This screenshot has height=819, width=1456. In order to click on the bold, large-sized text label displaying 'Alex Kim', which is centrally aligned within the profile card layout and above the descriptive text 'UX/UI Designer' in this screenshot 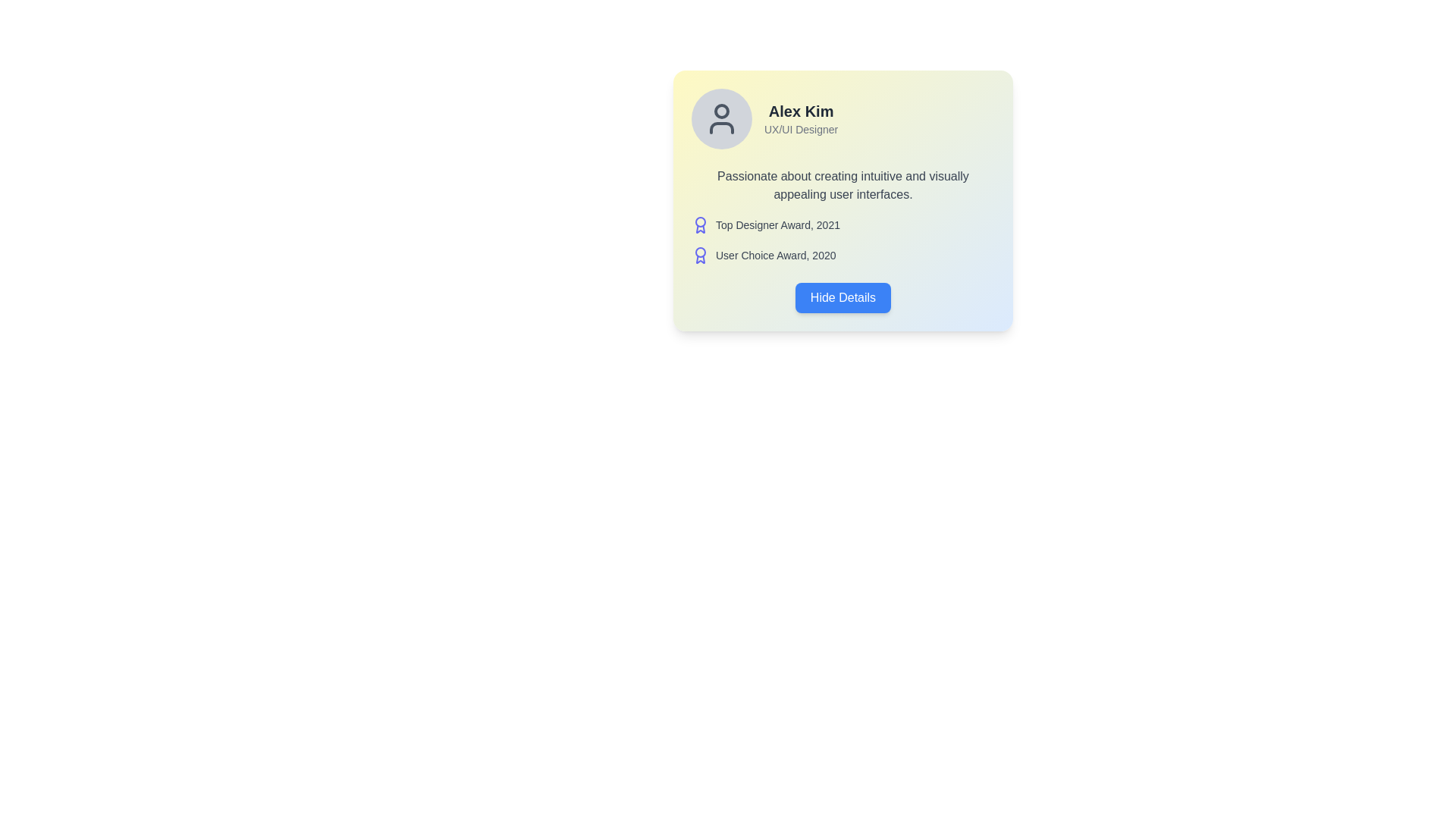, I will do `click(800, 110)`.